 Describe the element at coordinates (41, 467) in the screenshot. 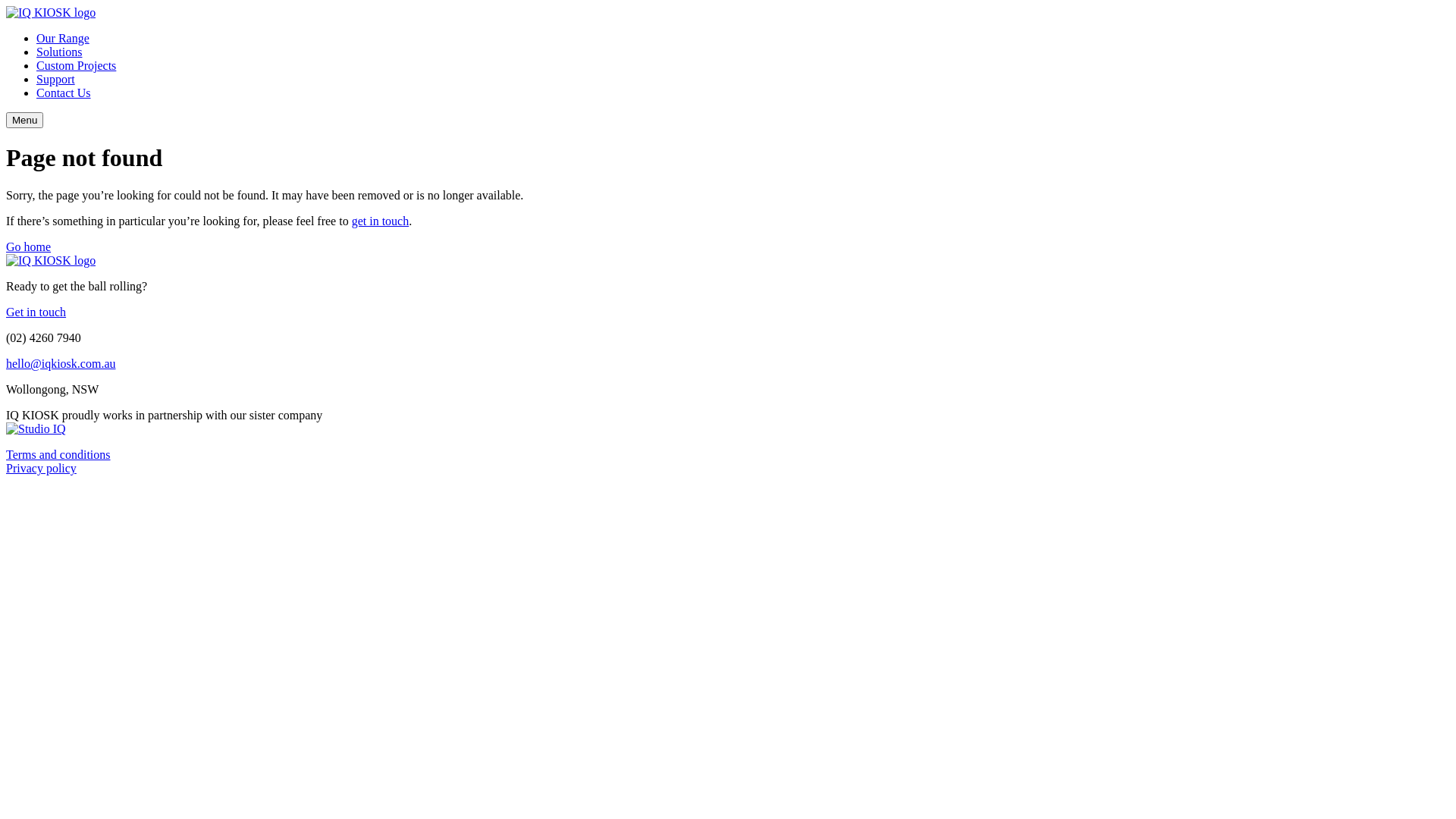

I see `'Privacy policy'` at that location.